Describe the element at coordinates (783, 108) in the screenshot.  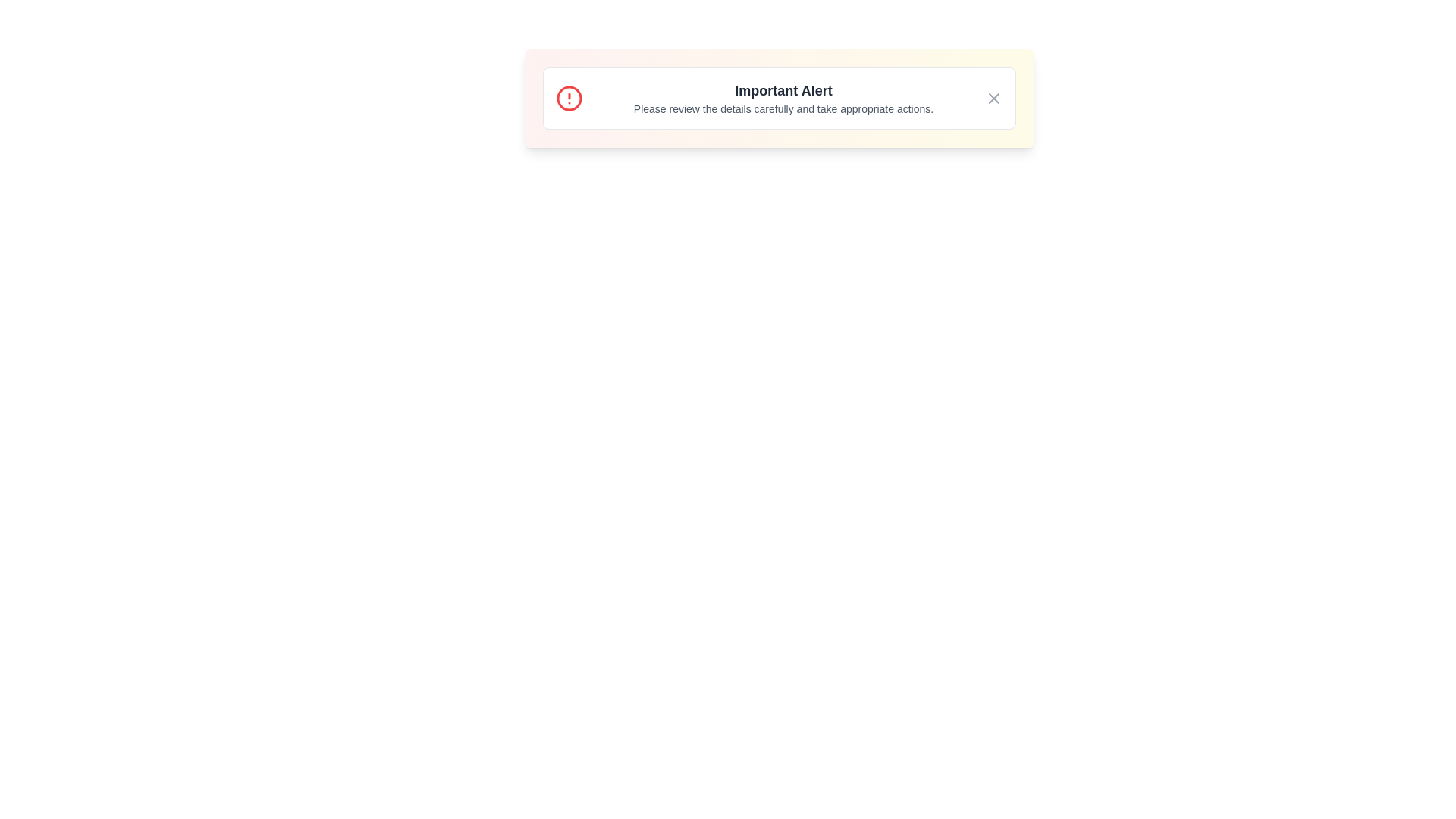
I see `the text element that reads 'Please review the details carefully and take appropriate actions.' which is styled in a smaller font size and gray color, positioned directly below the heading 'Important Alert'` at that location.